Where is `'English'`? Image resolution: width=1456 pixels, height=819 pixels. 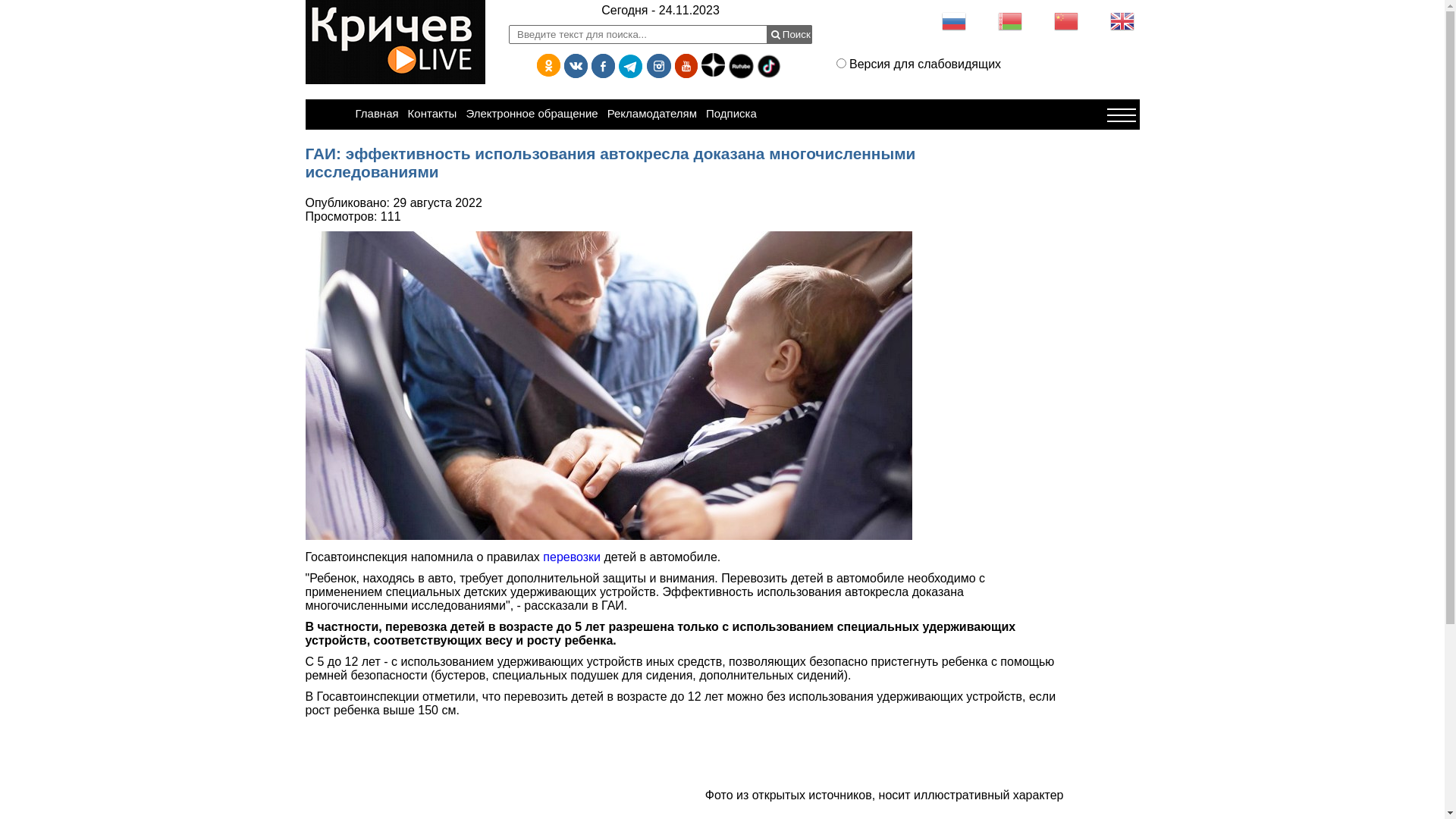
'English' is located at coordinates (1121, 20).